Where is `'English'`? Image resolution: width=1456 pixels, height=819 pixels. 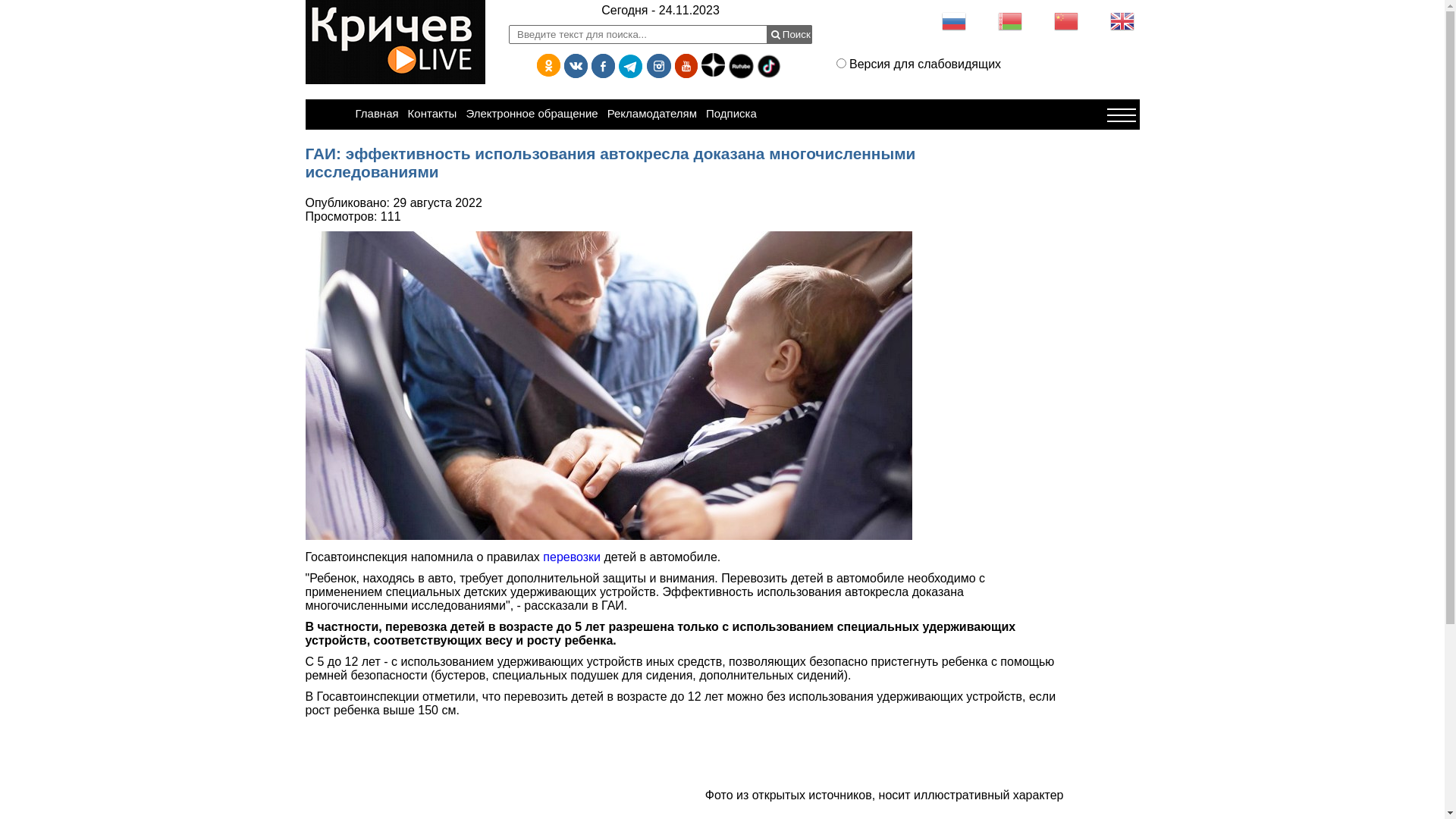
'English' is located at coordinates (1121, 20).